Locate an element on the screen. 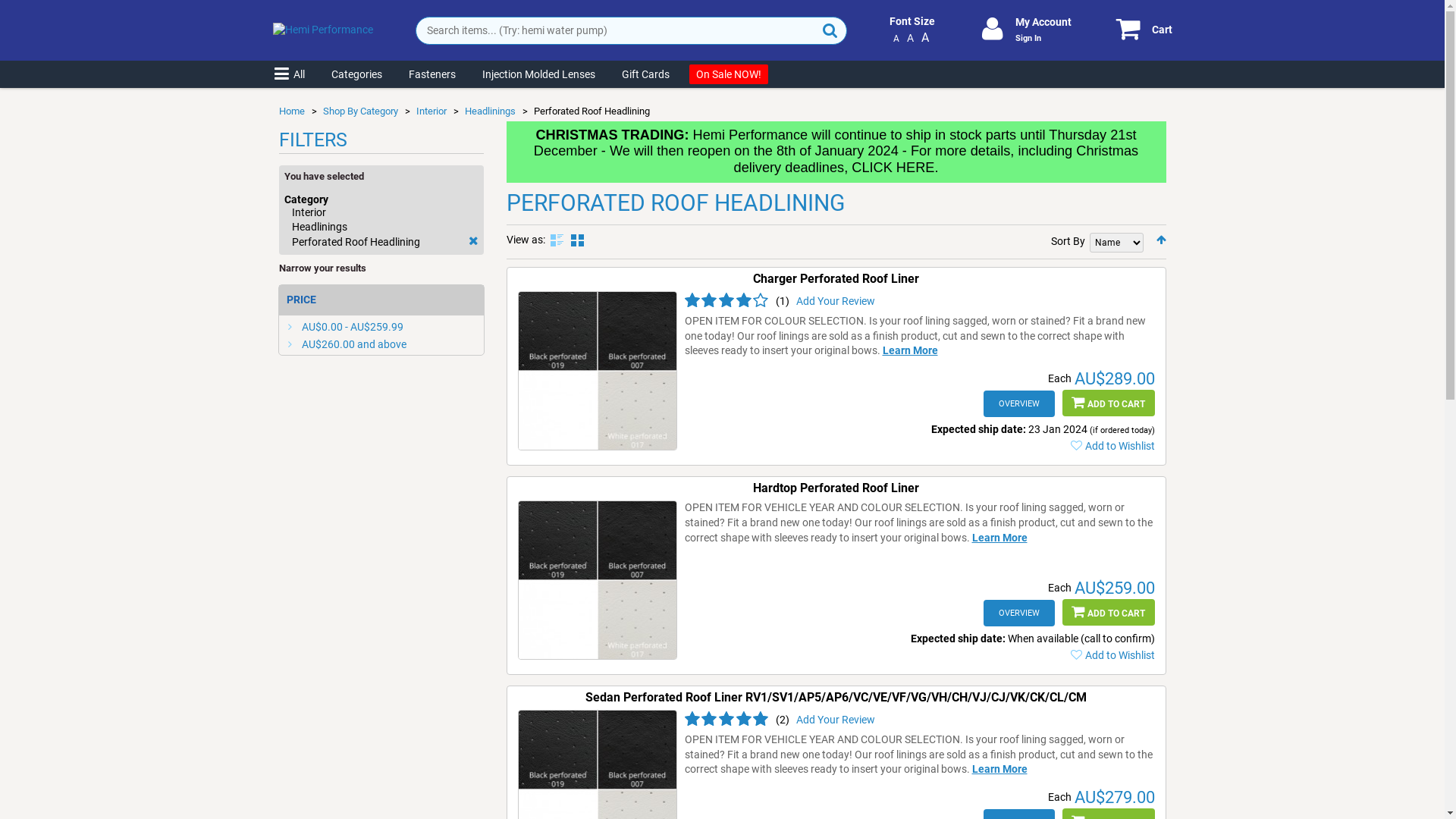 The image size is (1456, 819). 'Categories' is located at coordinates (356, 74).